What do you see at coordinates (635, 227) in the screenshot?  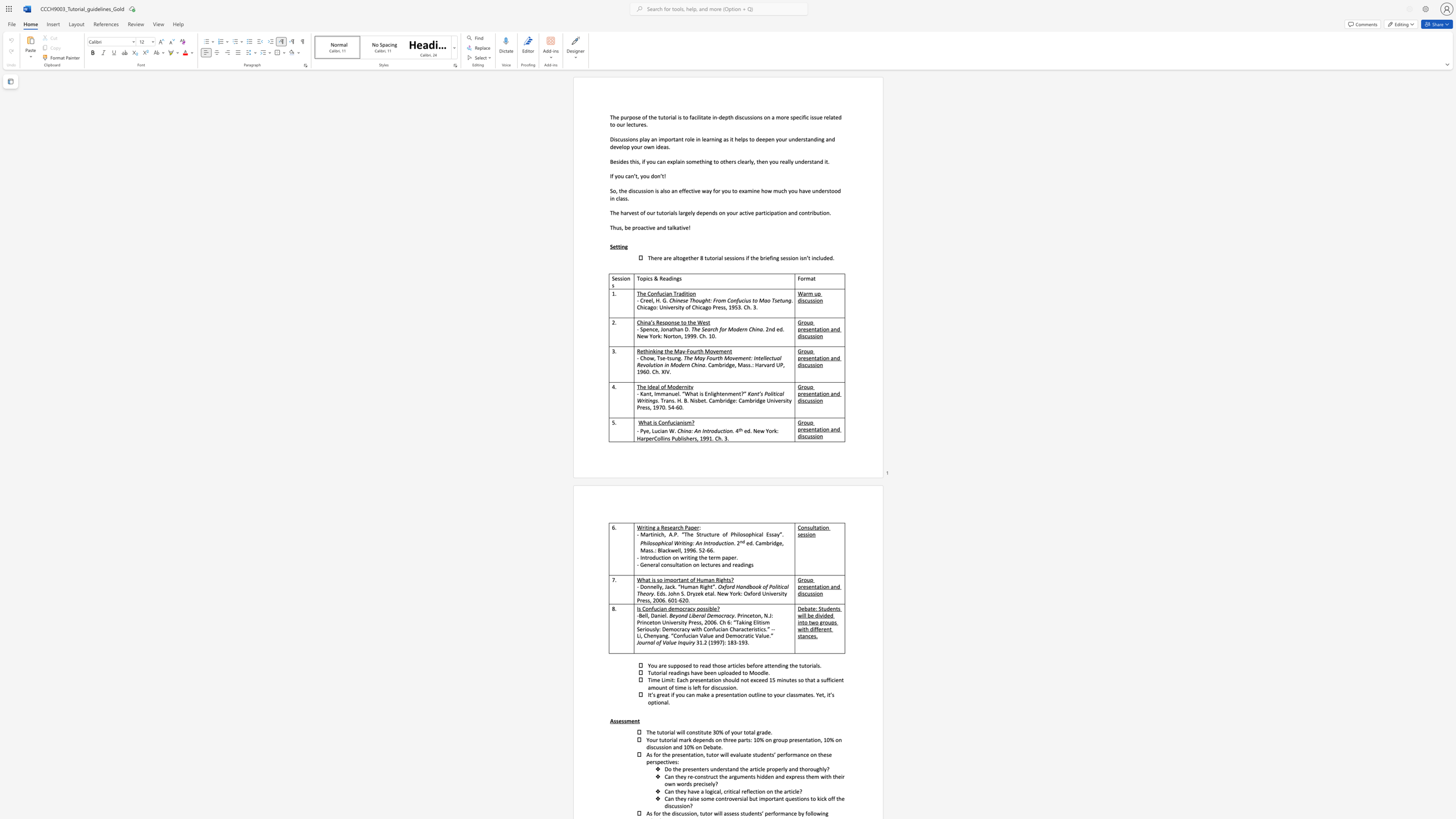 I see `the subset text "ro" within the text "Thus, be proactive and talkative!"` at bounding box center [635, 227].